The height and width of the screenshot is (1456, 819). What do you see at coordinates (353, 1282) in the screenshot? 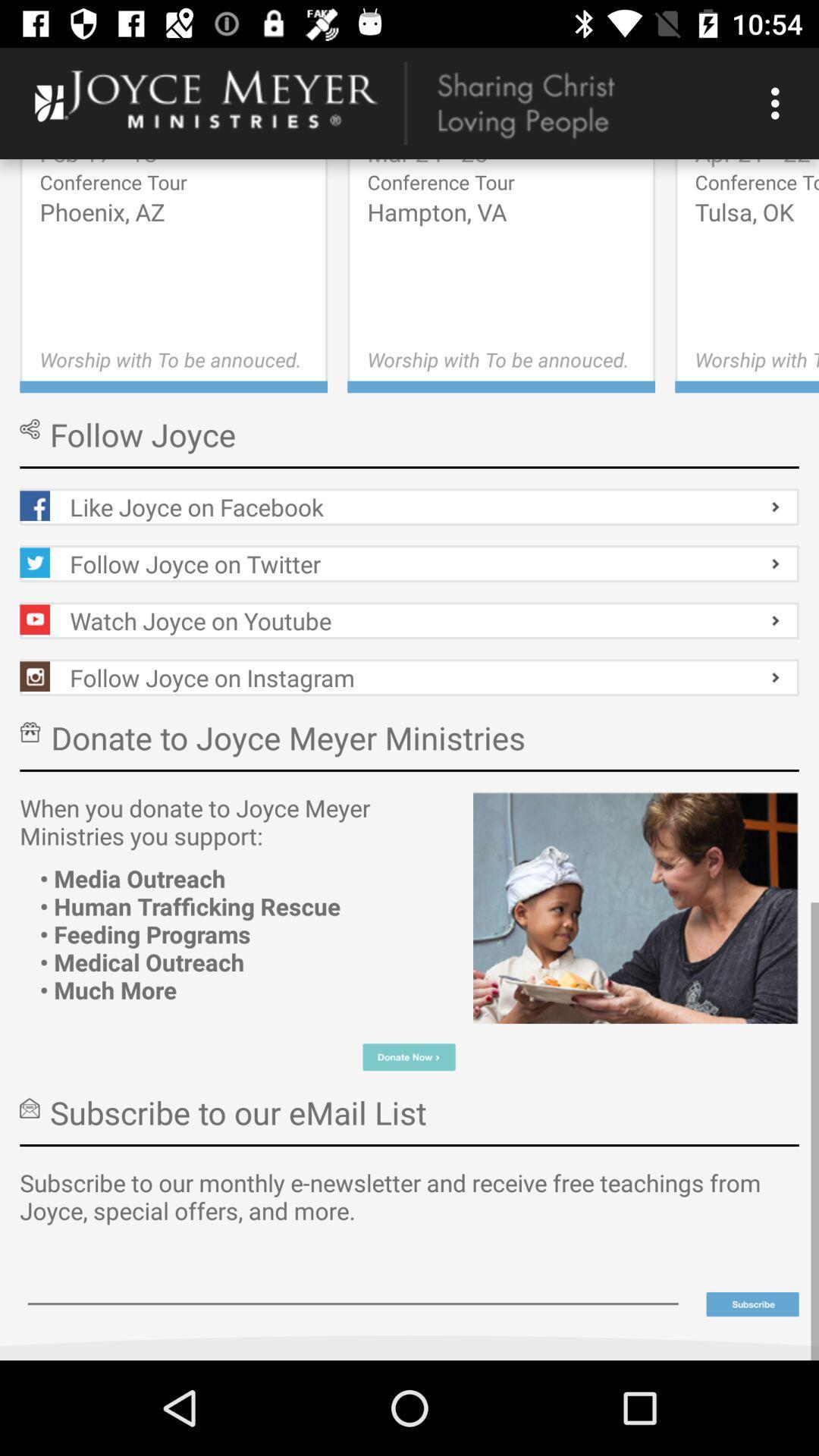
I see `input email` at bounding box center [353, 1282].